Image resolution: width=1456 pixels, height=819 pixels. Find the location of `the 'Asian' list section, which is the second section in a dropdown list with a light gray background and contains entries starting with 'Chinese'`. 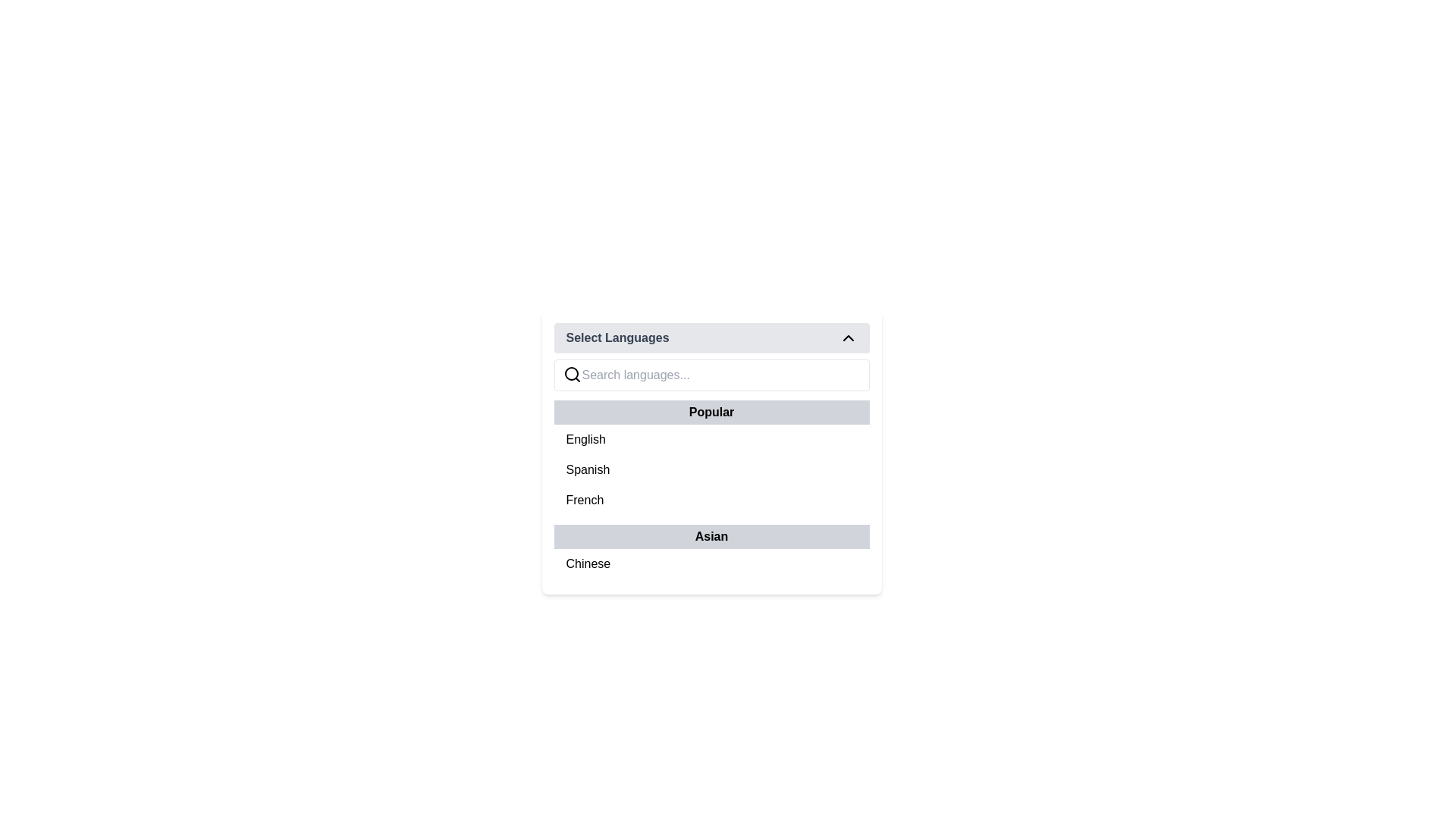

the 'Asian' list section, which is the second section in a dropdown list with a light gray background and contains entries starting with 'Chinese' is located at coordinates (711, 581).